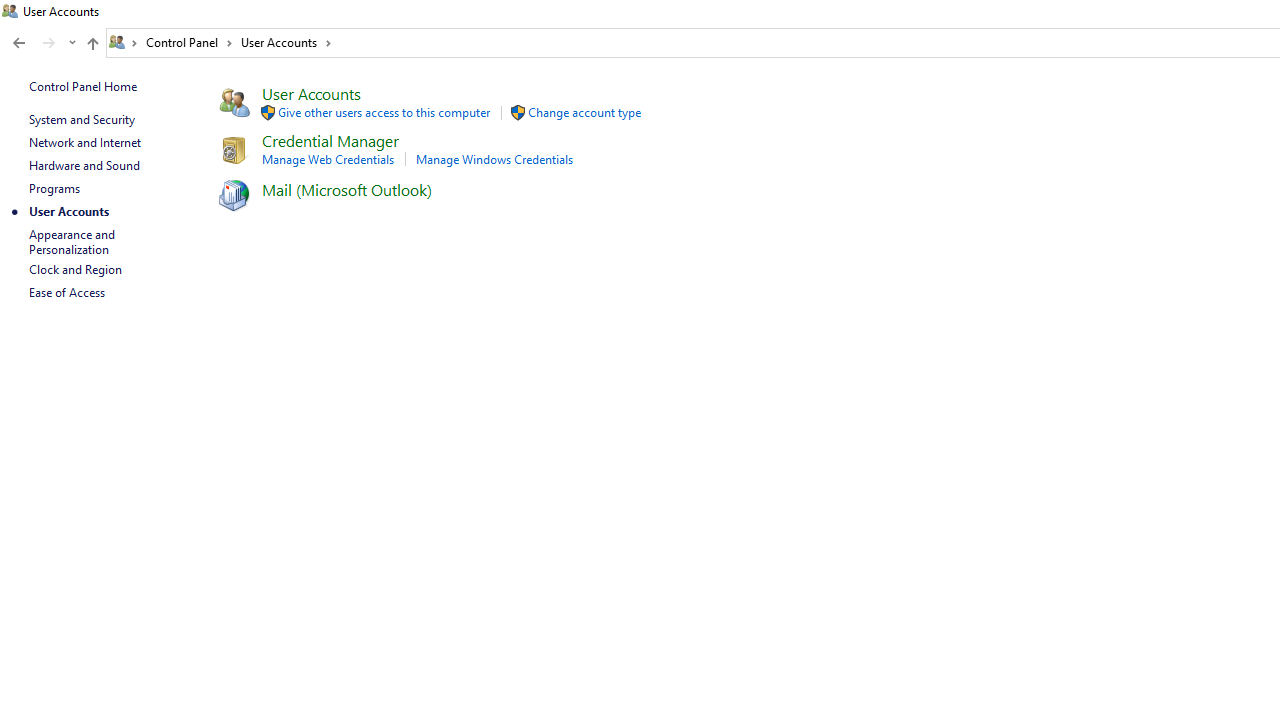 The image size is (1280, 720). I want to click on 'All locations', so click(123, 42).